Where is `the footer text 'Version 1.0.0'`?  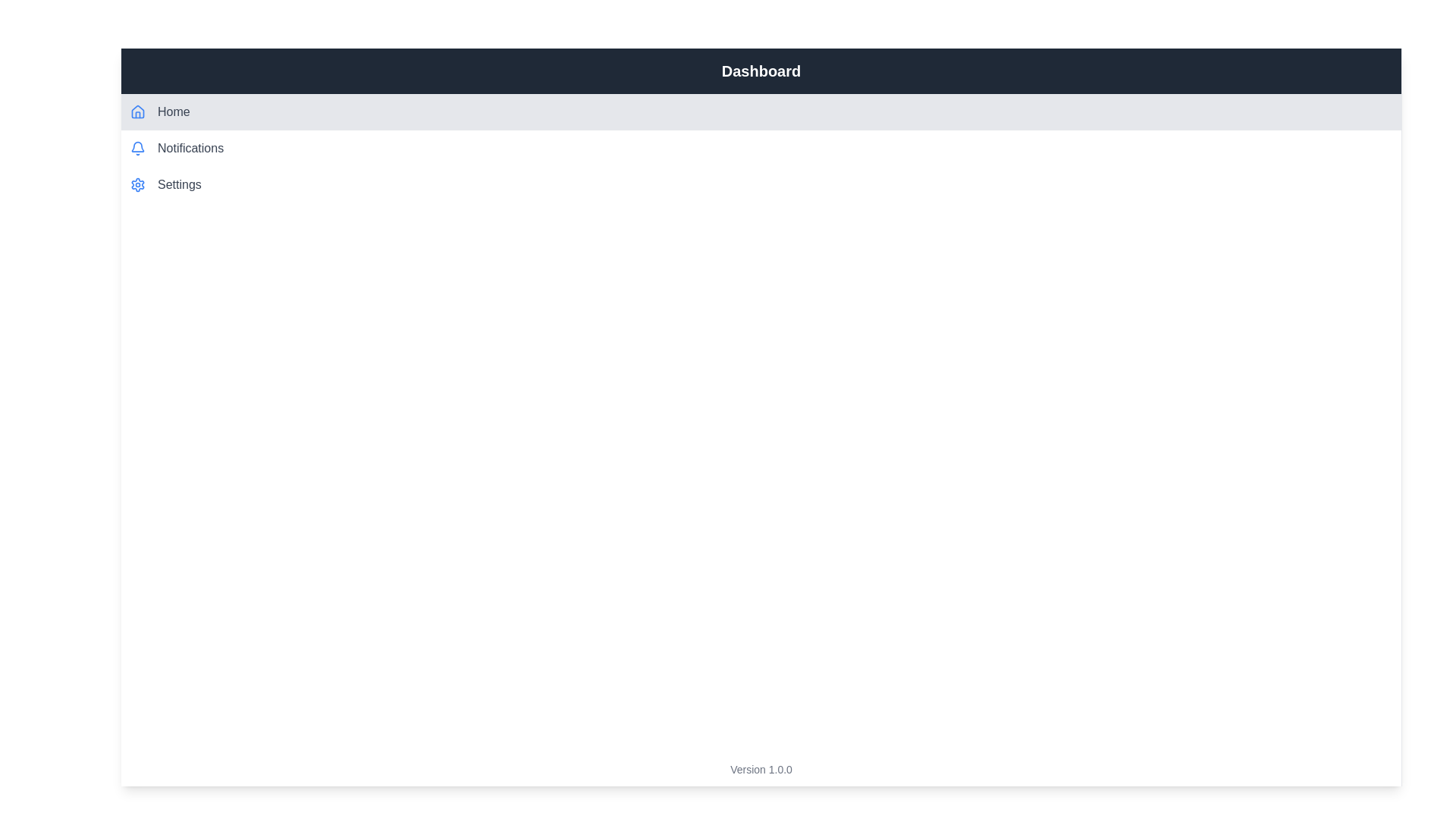 the footer text 'Version 1.0.0' is located at coordinates (761, 769).